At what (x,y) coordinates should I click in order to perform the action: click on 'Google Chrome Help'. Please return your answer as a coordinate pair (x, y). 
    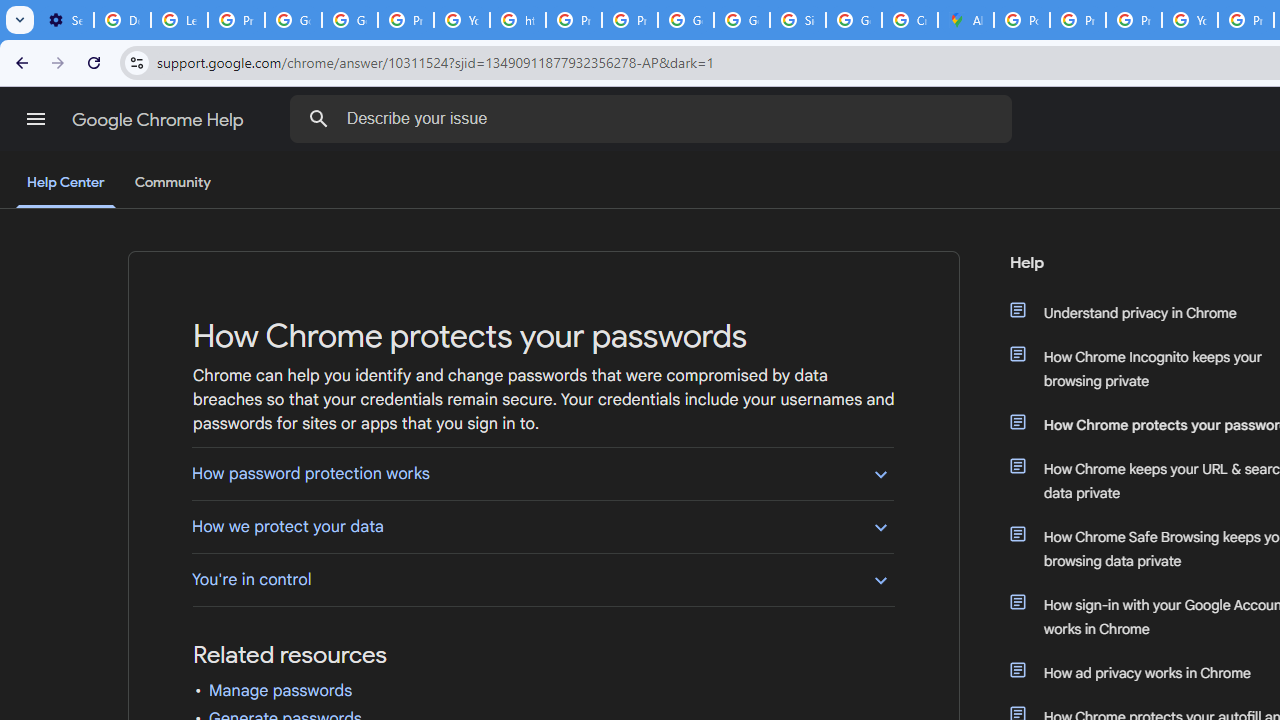
    Looking at the image, I should click on (160, 119).